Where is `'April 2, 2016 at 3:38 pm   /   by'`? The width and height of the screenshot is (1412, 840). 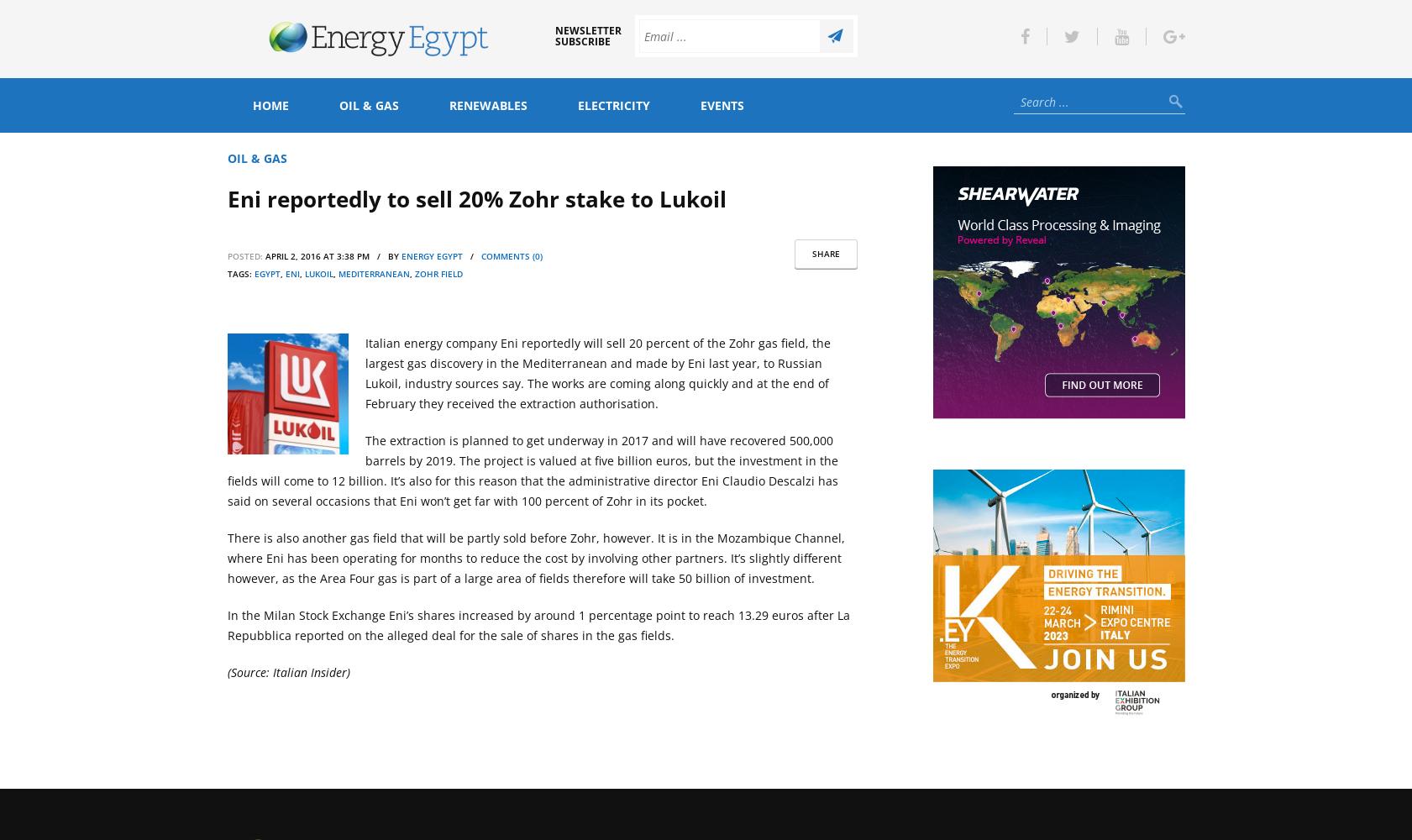 'April 2, 2016 at 3:38 pm   /   by' is located at coordinates (330, 256).